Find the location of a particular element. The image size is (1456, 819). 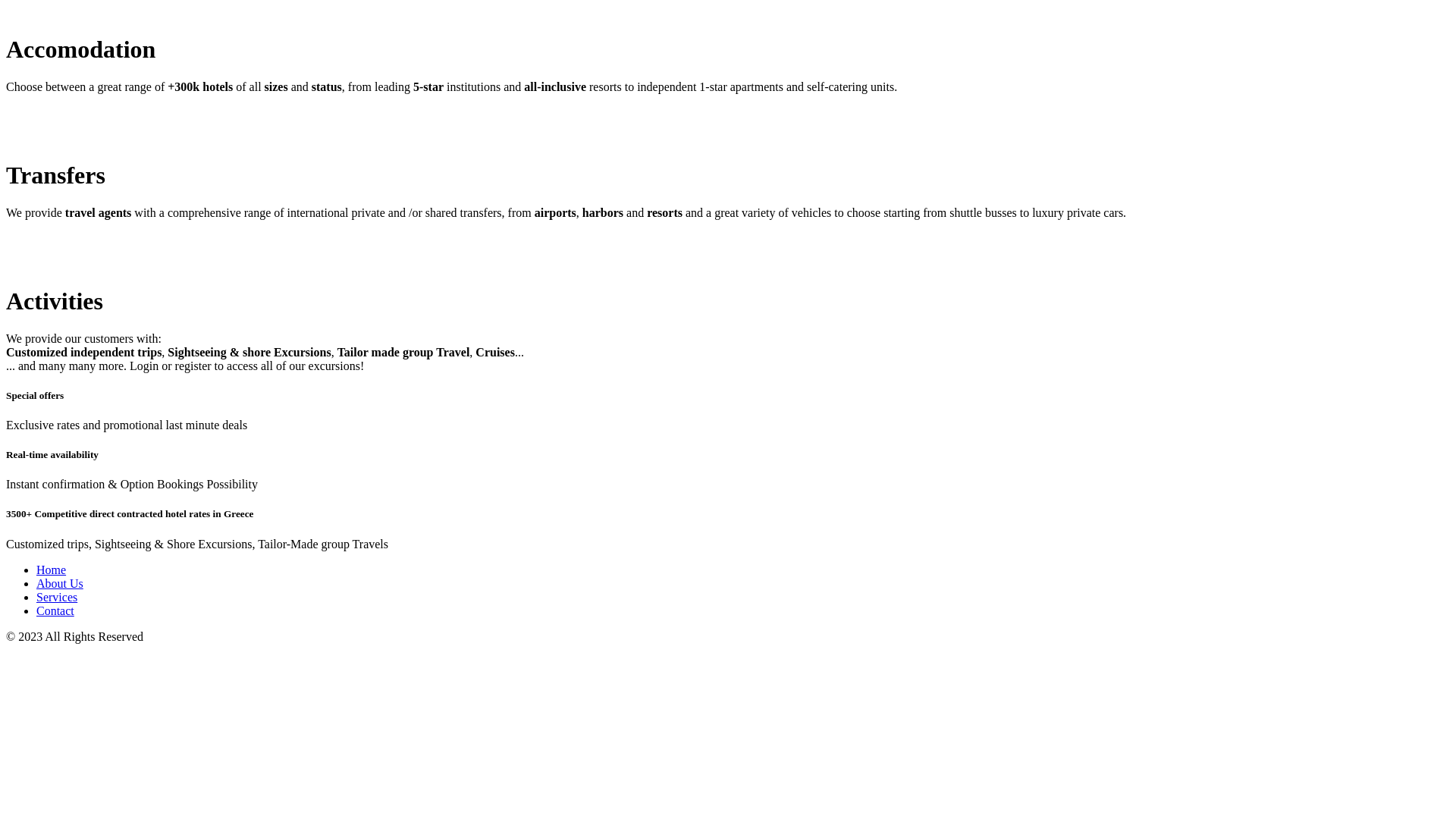

'Services' is located at coordinates (57, 596).